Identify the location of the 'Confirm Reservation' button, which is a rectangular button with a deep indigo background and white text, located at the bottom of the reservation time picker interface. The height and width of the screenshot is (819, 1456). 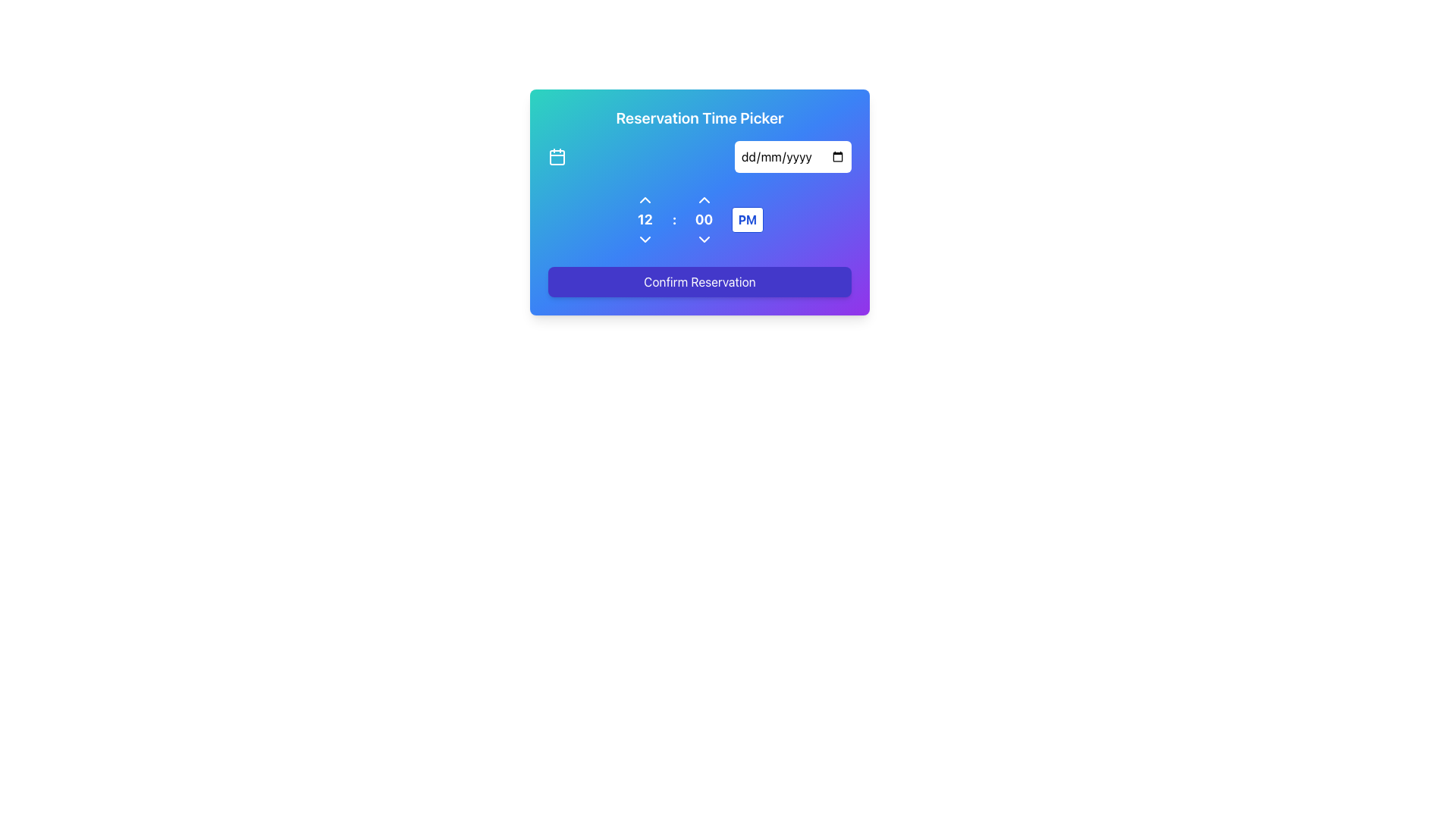
(698, 281).